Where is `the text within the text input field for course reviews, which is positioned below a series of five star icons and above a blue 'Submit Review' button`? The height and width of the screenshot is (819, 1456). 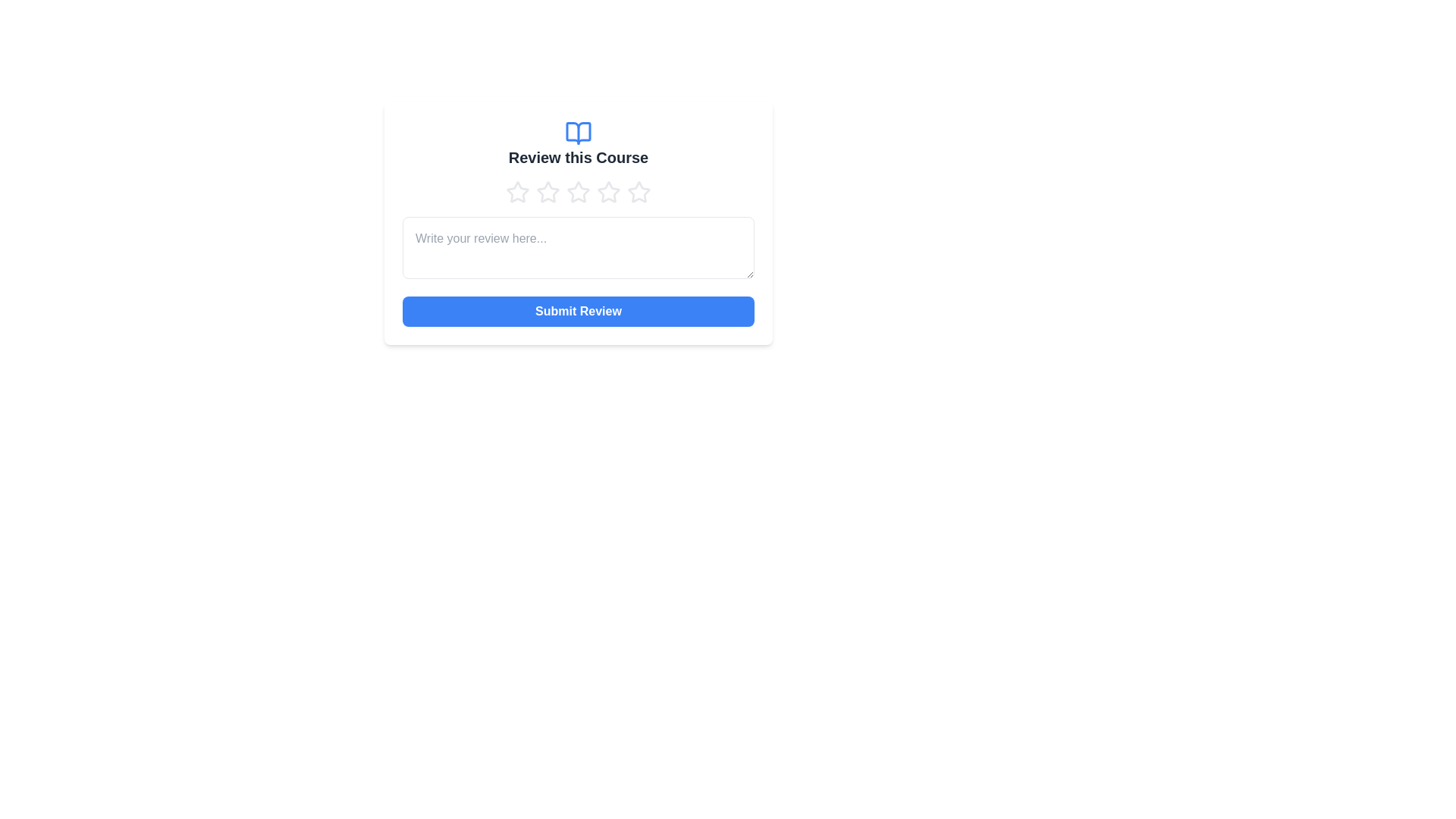
the text within the text input field for course reviews, which is positioned below a series of five star icons and above a blue 'Submit Review' button is located at coordinates (578, 223).